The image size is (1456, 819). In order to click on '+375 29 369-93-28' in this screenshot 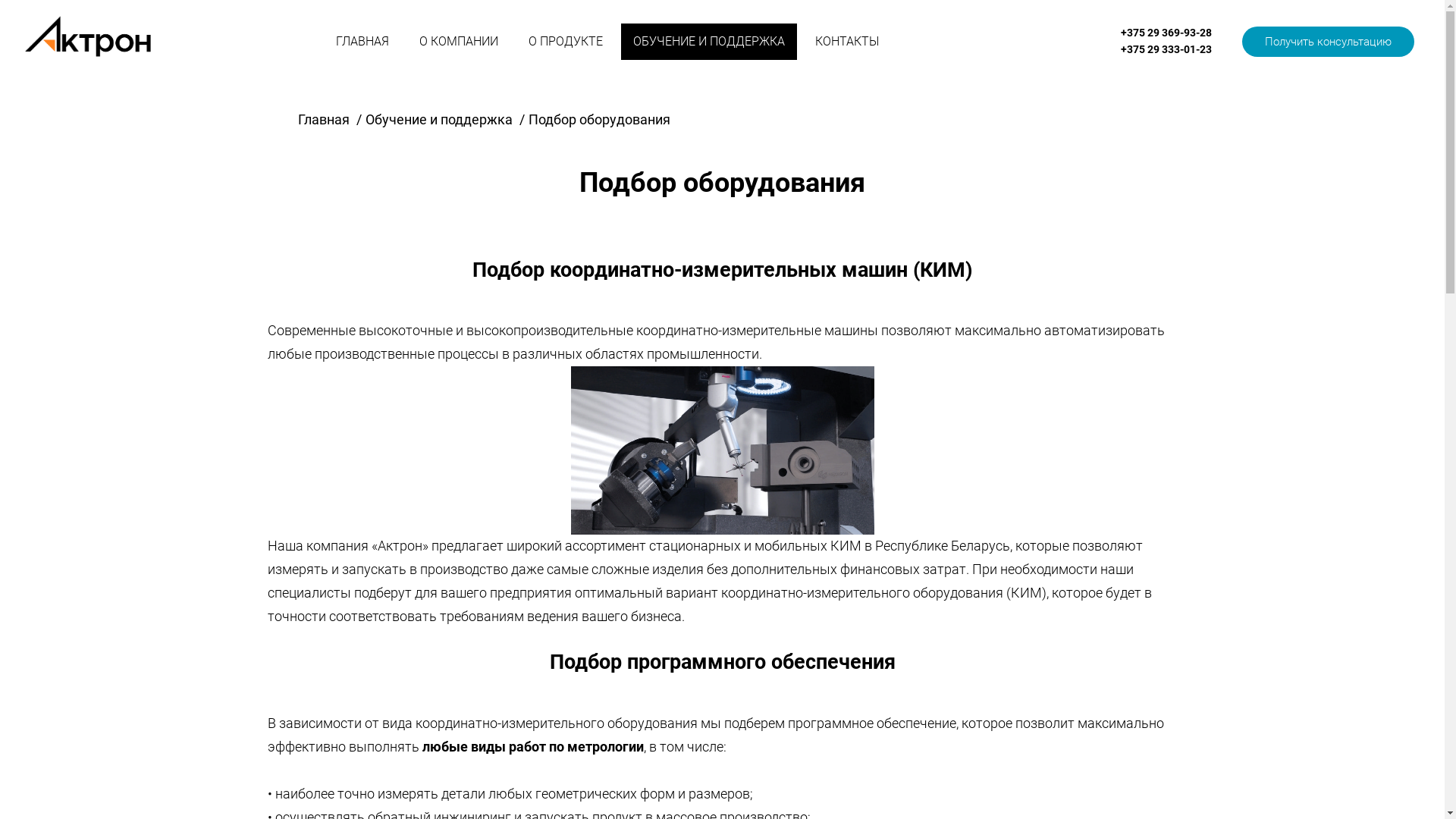, I will do `click(1165, 32)`.